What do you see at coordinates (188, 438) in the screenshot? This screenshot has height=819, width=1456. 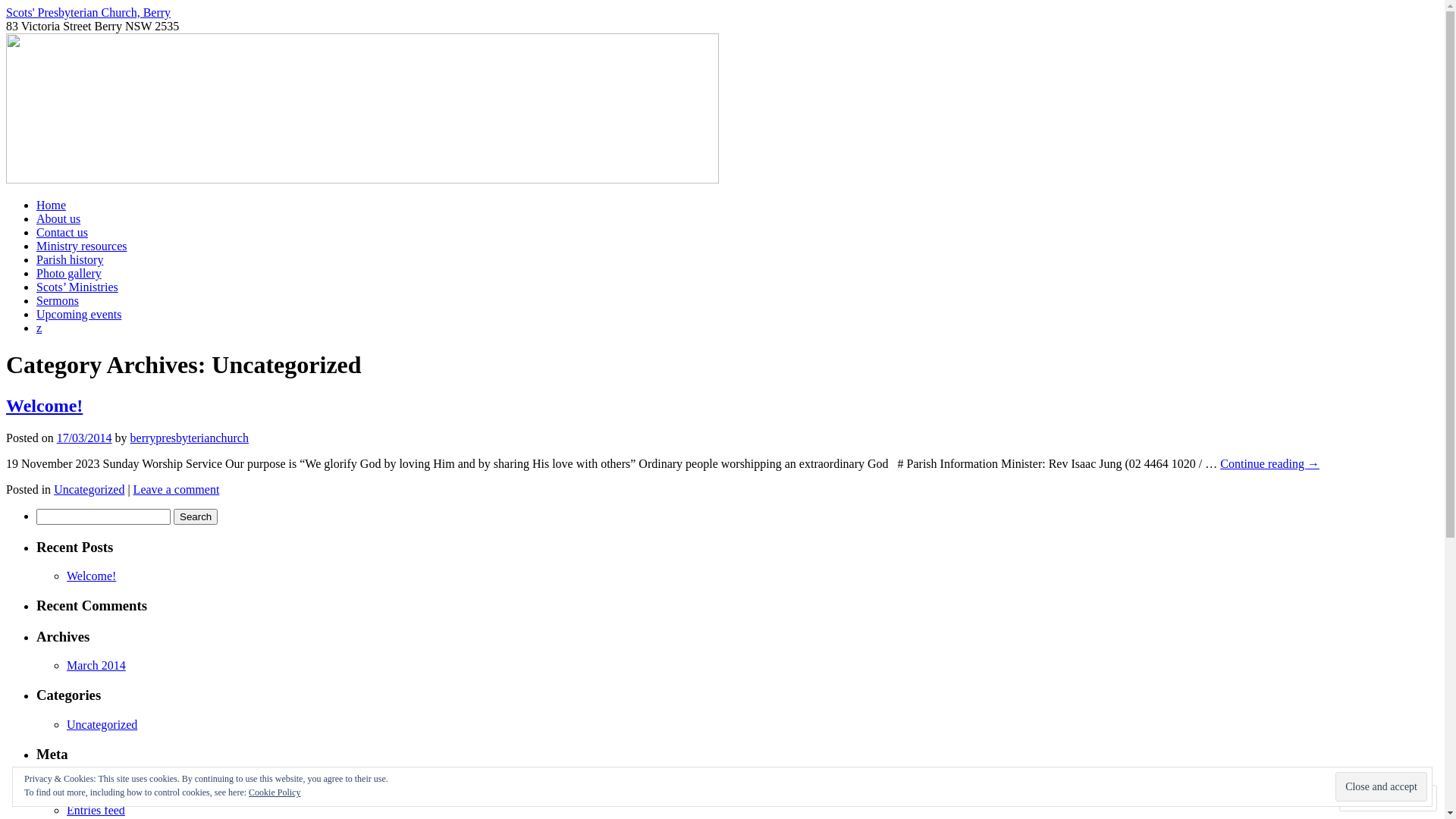 I see `'berrypresbyterianchurch'` at bounding box center [188, 438].